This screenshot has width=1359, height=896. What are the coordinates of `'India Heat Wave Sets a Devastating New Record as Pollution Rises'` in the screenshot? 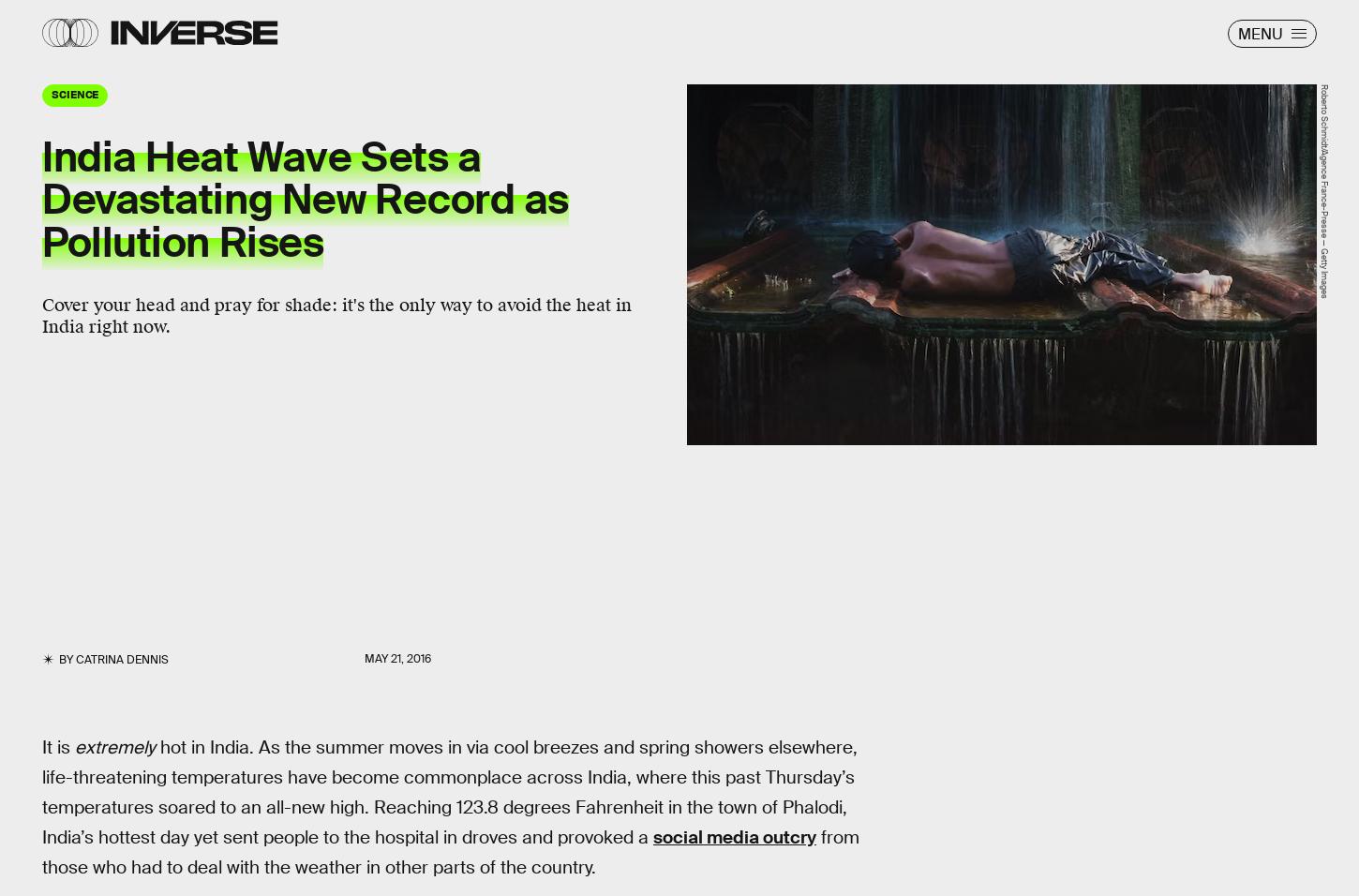 It's located at (305, 200).